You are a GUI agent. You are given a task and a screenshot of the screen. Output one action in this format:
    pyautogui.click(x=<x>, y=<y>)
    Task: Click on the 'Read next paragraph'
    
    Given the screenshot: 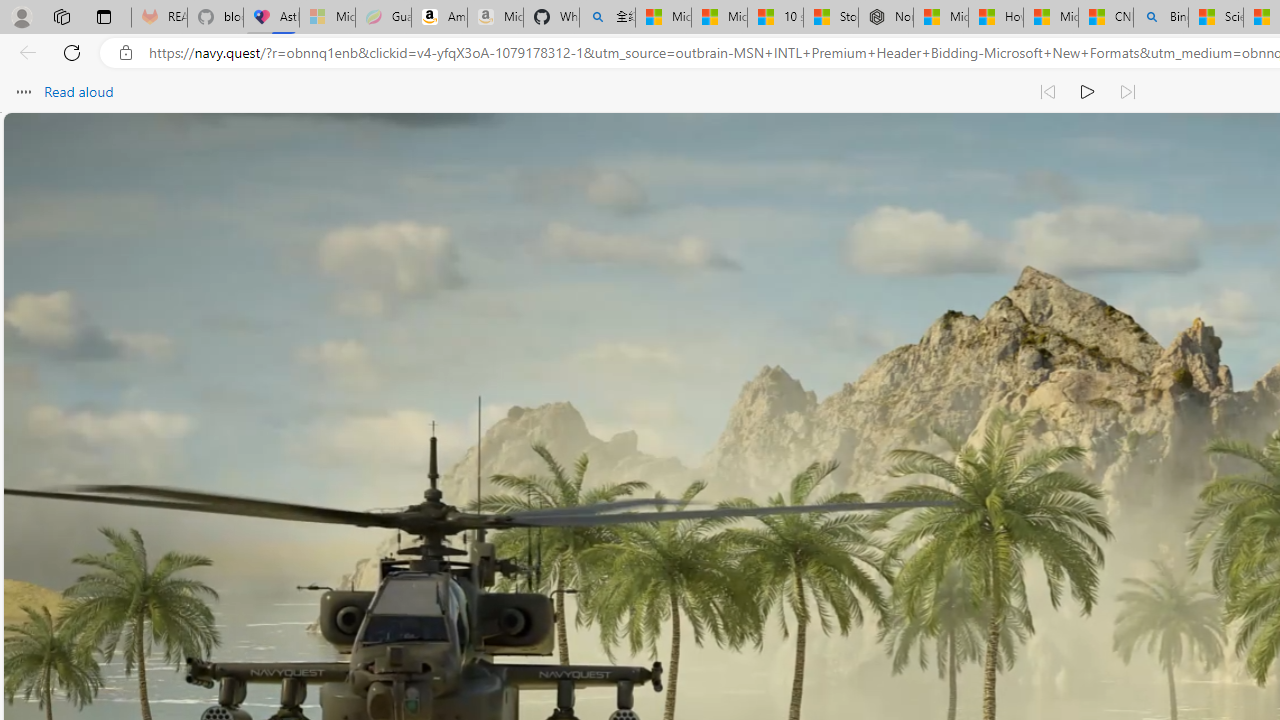 What is the action you would take?
    pyautogui.click(x=1128, y=92)
    